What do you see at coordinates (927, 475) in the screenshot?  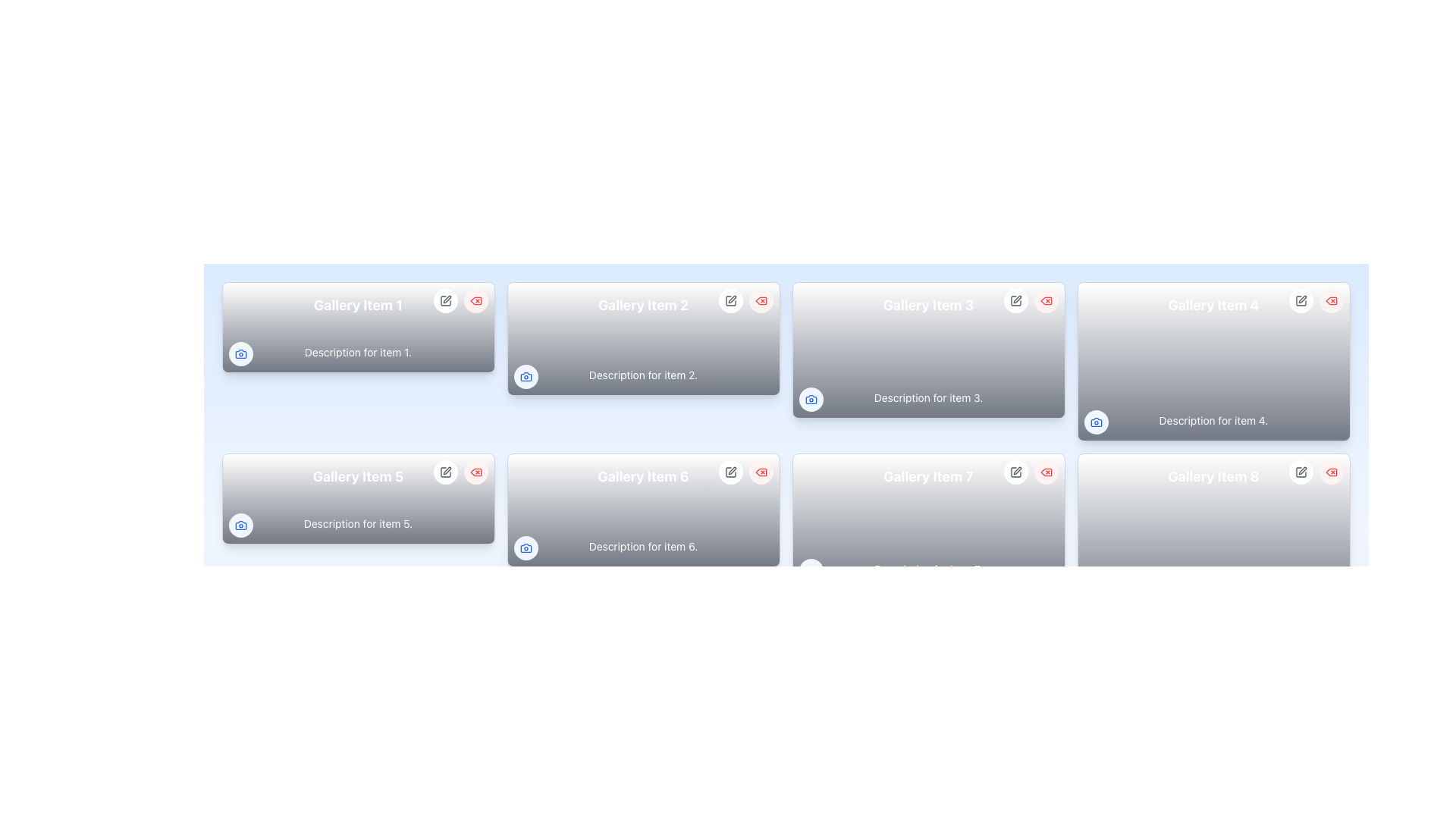 I see `header text of the gallery item labeled 'Gallery Item 7', which is positioned above the description text in its card` at bounding box center [927, 475].